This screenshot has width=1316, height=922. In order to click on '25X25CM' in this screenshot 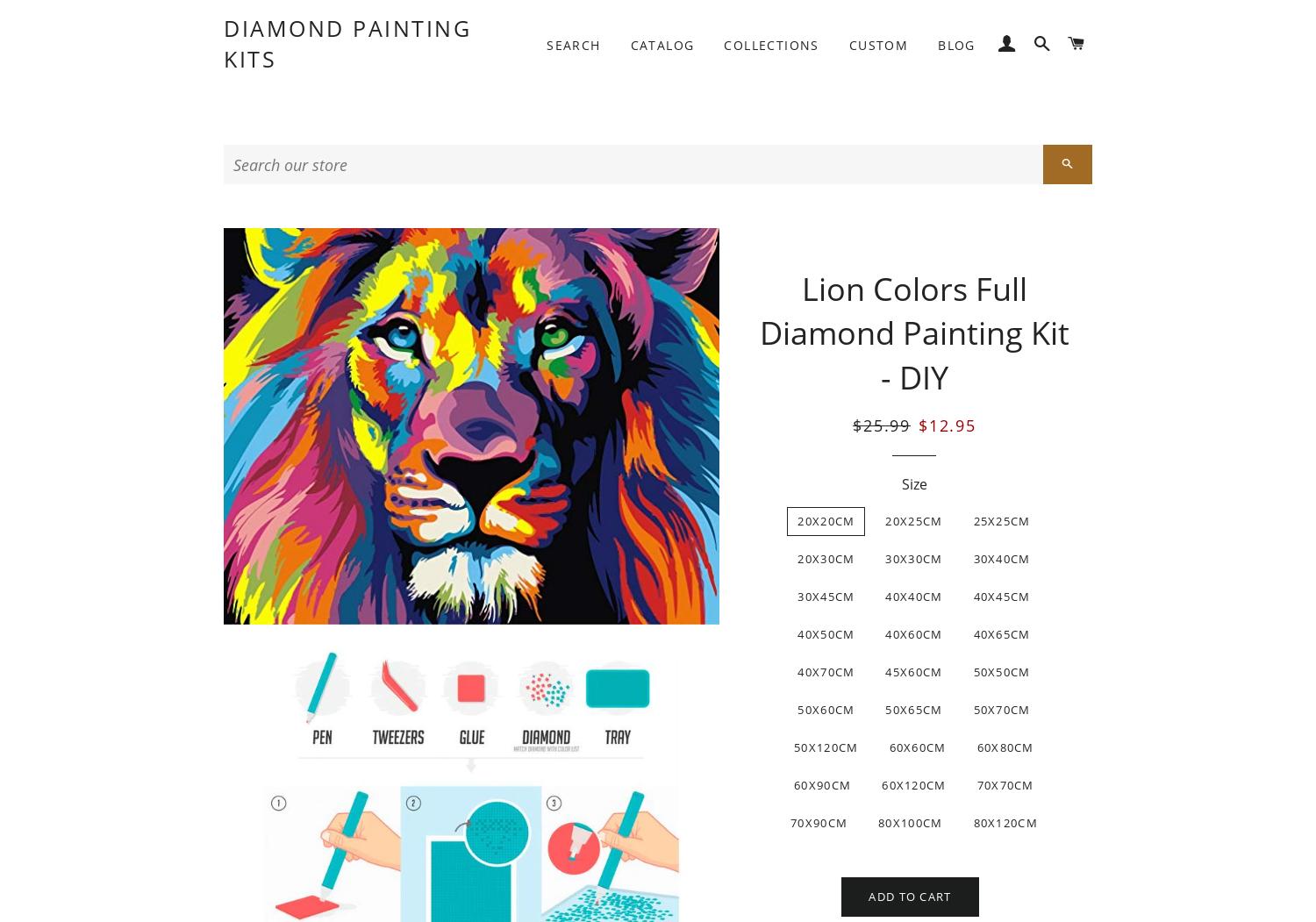, I will do `click(1001, 521)`.